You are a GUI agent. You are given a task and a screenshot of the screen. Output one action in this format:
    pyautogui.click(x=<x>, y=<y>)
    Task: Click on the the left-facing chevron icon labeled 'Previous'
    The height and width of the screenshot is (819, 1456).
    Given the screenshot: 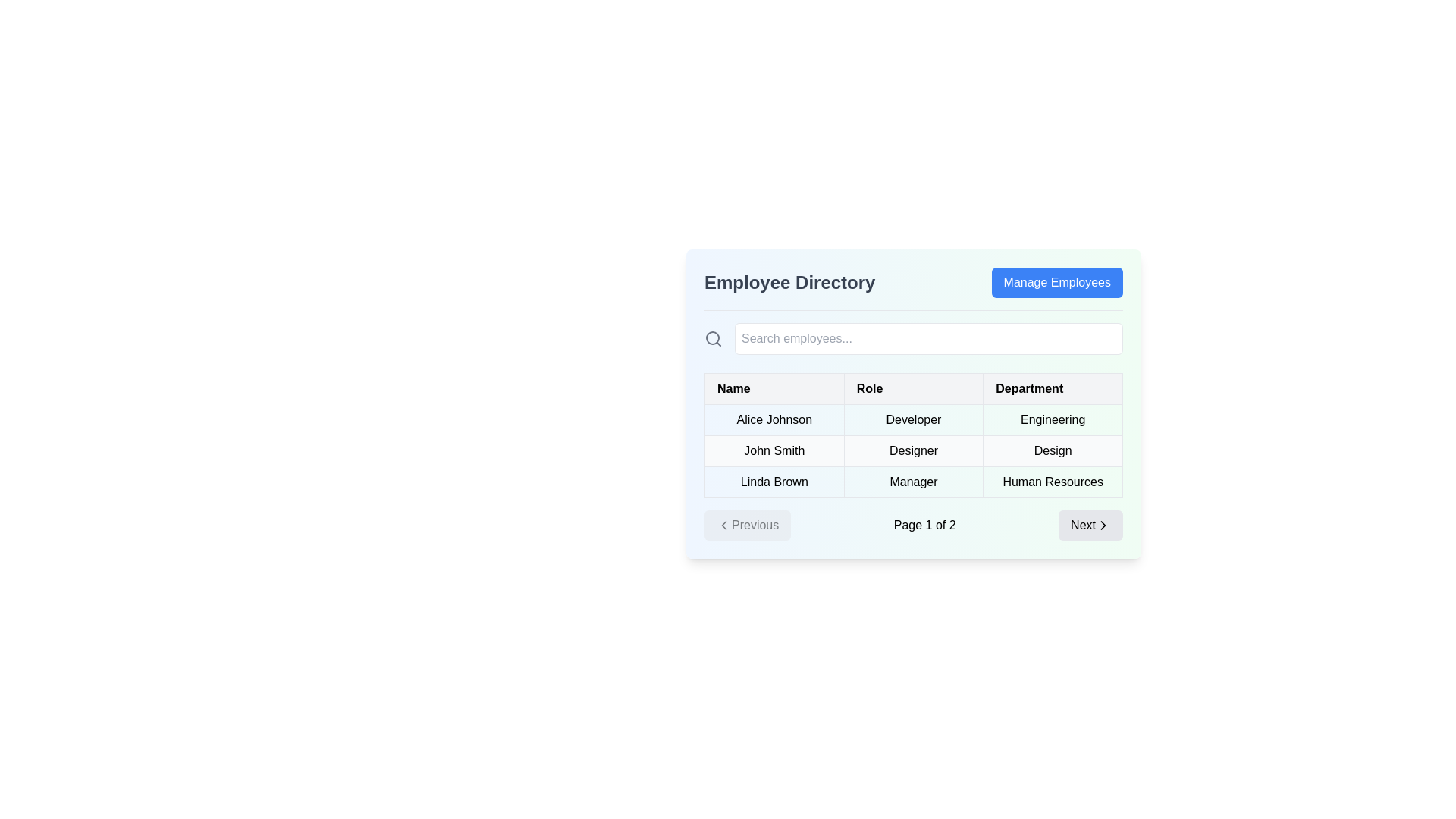 What is the action you would take?
    pyautogui.click(x=723, y=525)
    